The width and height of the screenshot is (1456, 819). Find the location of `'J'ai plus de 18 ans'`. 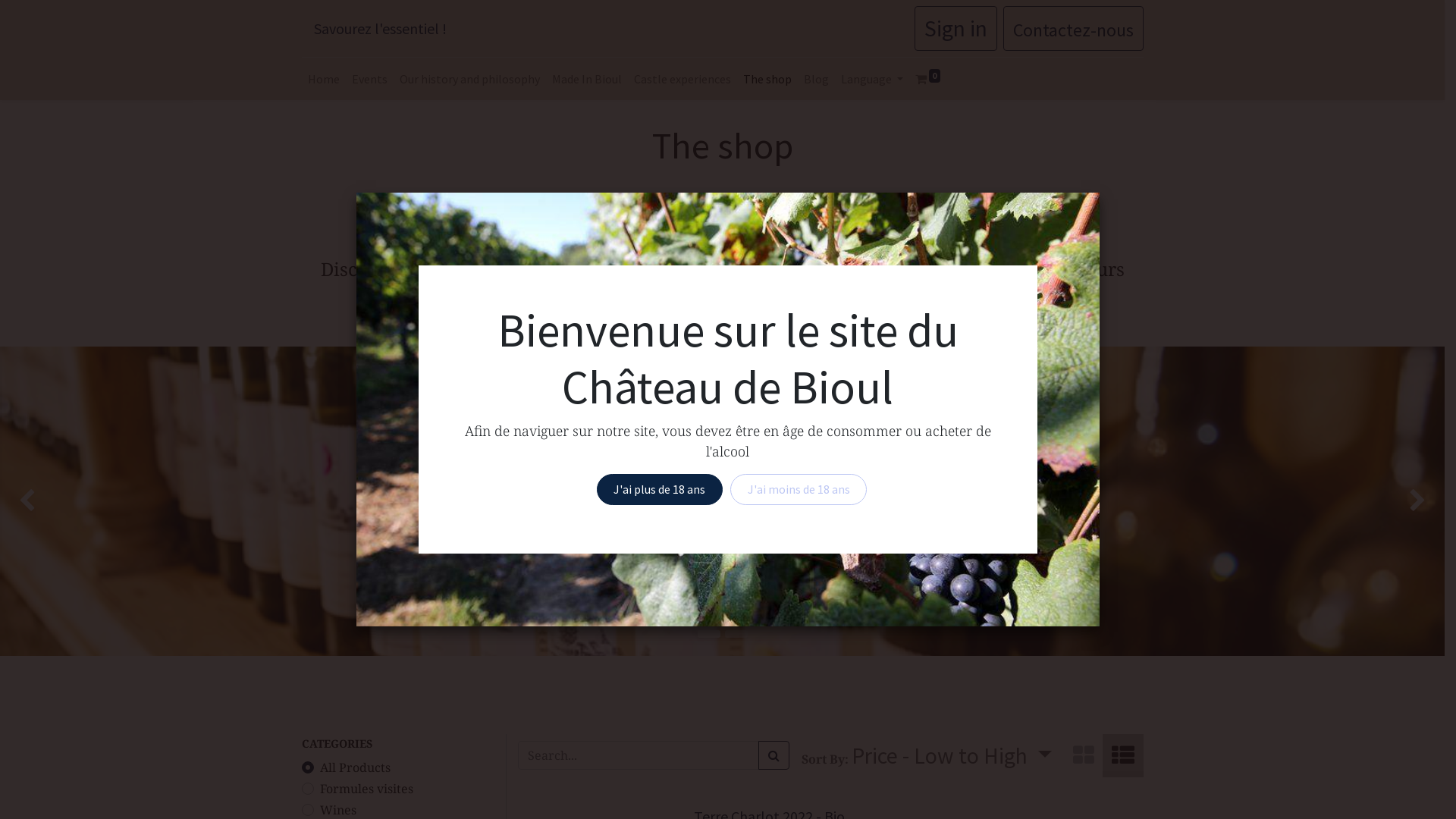

'J'ai plus de 18 ans' is located at coordinates (659, 488).